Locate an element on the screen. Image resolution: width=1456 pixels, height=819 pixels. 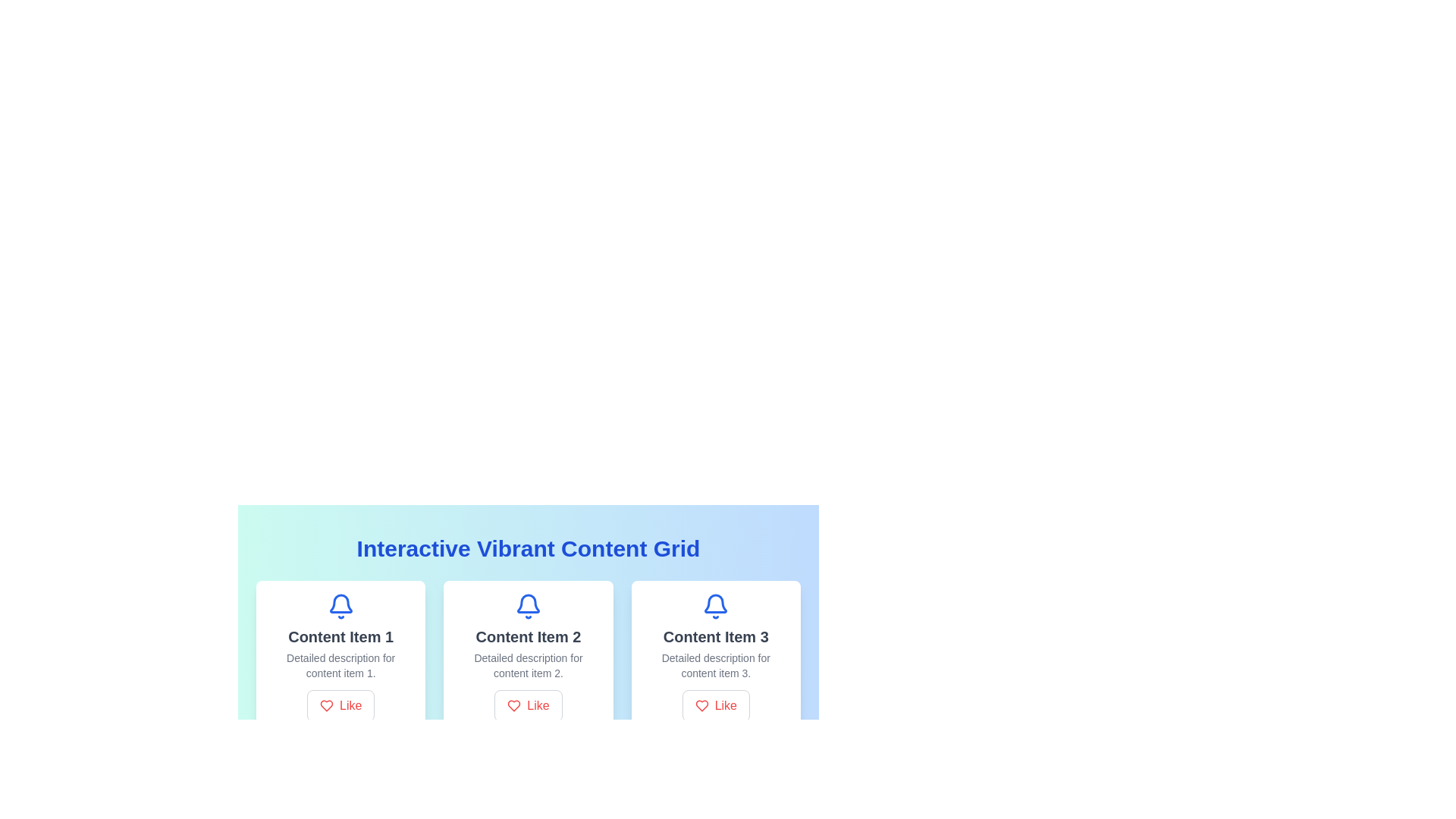
the blue bell icon located at the top center of the card titled 'Content Item 3', which has a clean outline design and shadow effect is located at coordinates (715, 605).